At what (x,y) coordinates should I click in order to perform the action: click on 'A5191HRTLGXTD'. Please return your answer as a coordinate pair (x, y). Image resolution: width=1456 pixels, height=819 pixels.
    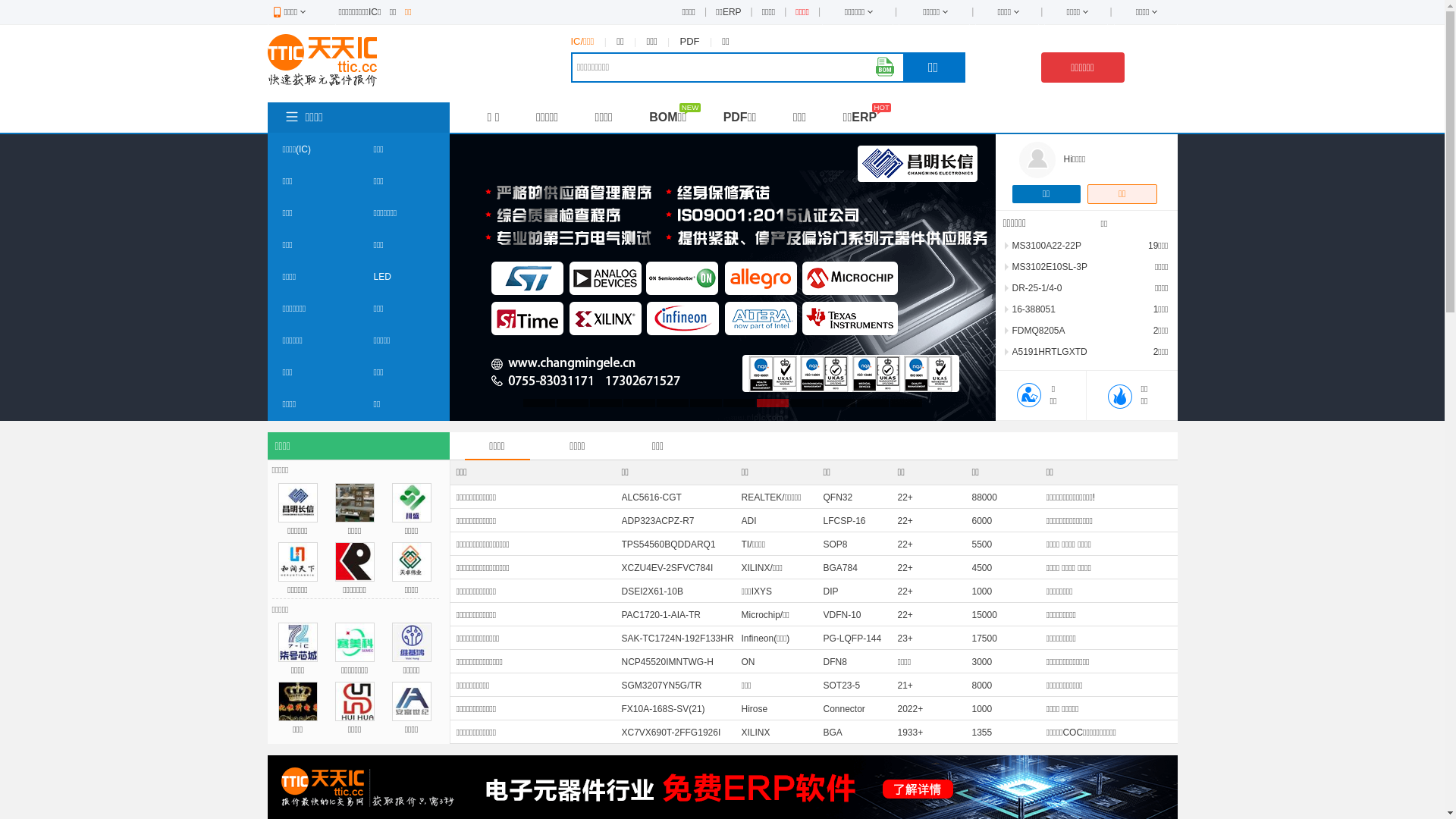
    Looking at the image, I should click on (1048, 351).